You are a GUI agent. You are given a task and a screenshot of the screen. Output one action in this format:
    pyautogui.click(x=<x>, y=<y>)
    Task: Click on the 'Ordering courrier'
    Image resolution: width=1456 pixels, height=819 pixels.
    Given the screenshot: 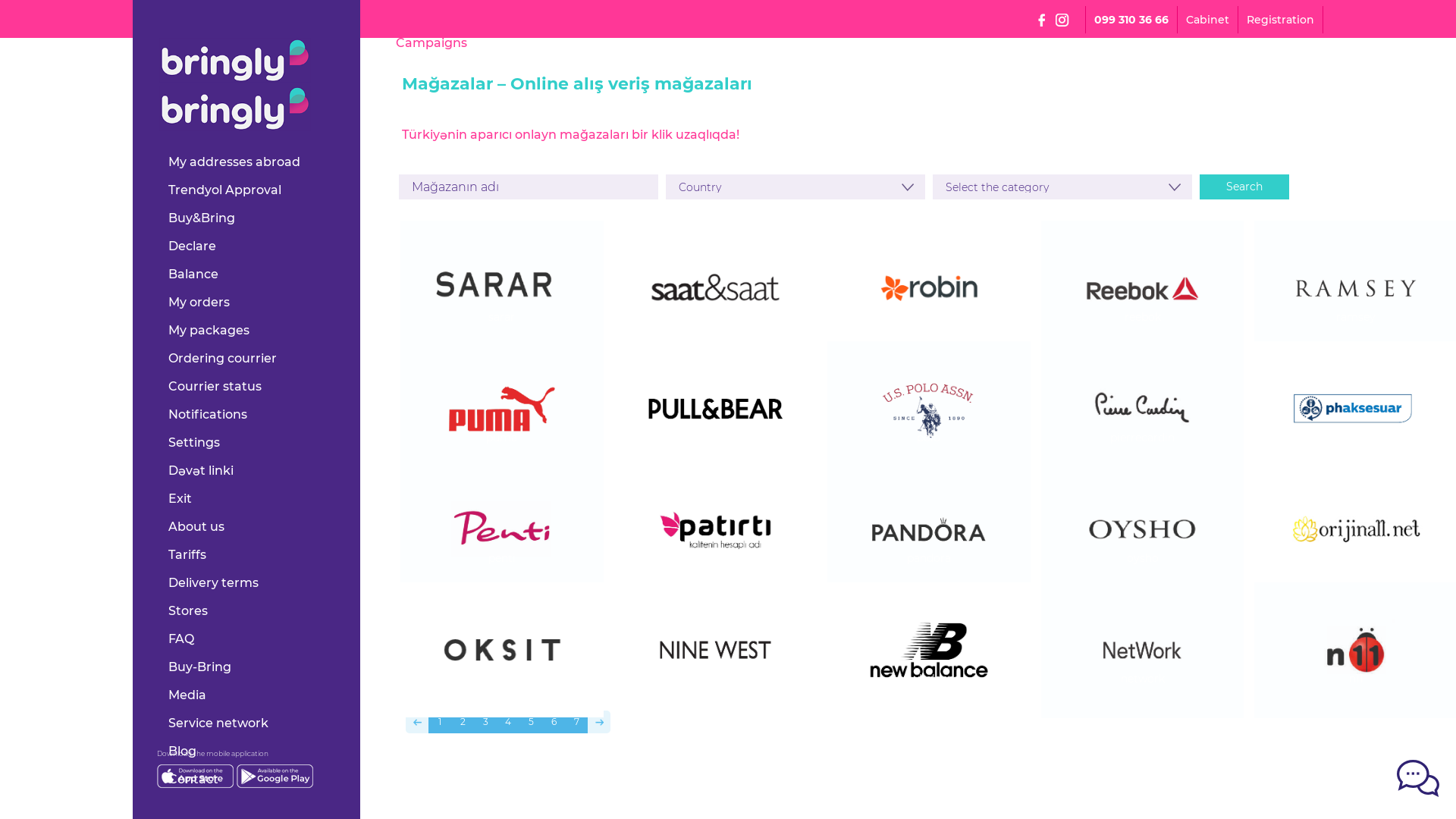 What is the action you would take?
    pyautogui.click(x=221, y=358)
    